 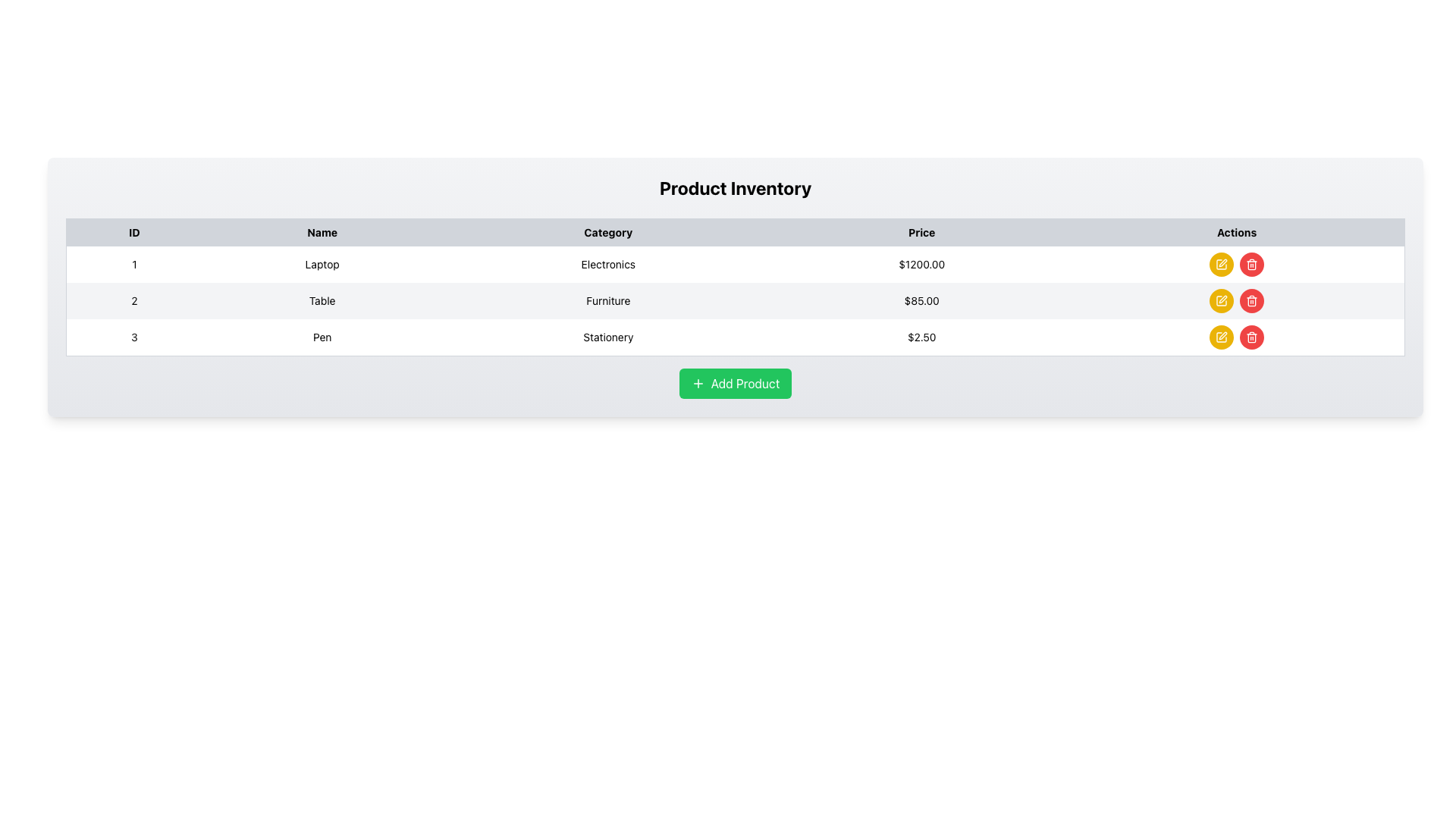 What do you see at coordinates (1252, 336) in the screenshot?
I see `the delete button in the 'Actions' column of the third row of the table` at bounding box center [1252, 336].